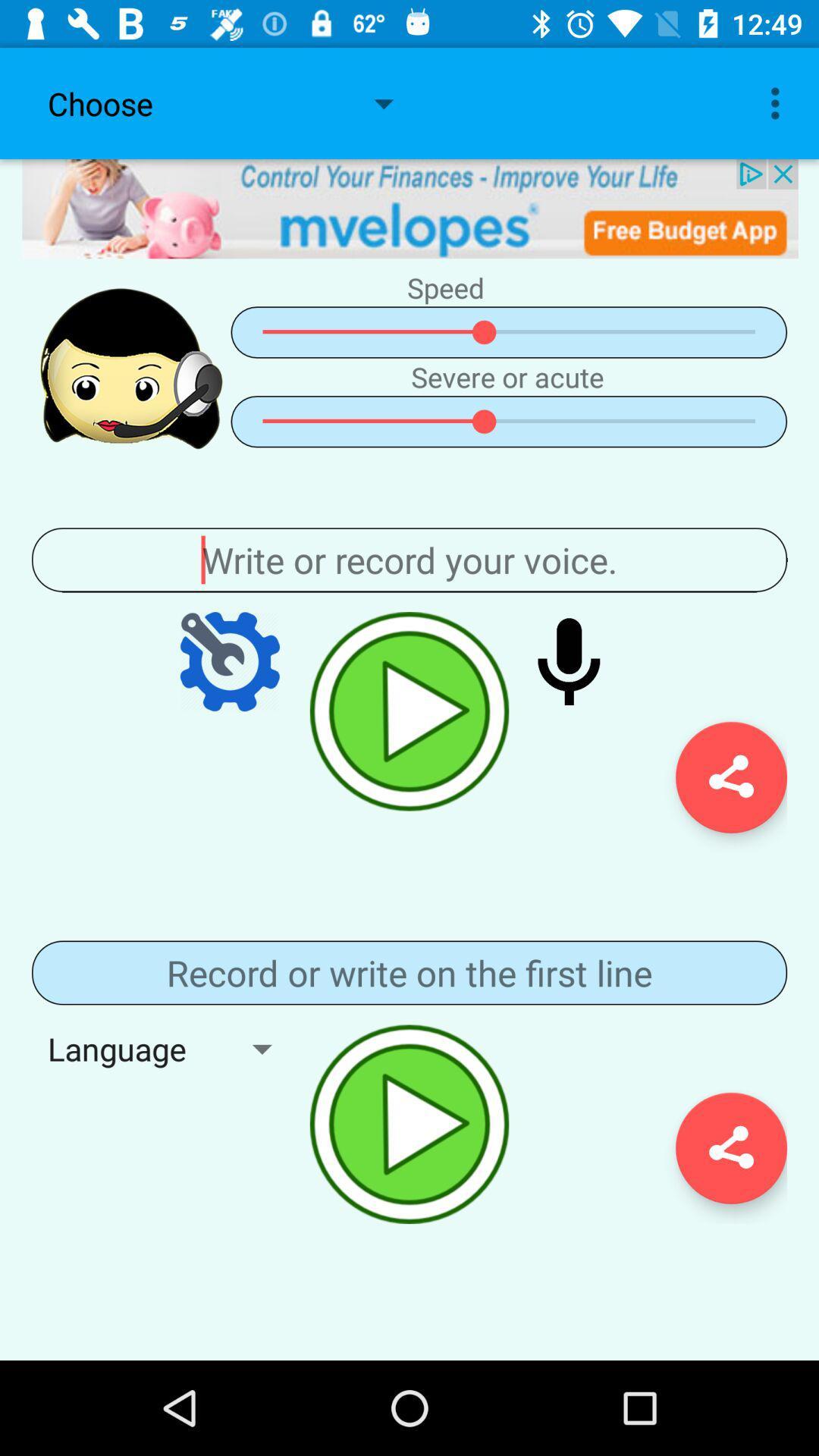 The image size is (819, 1456). Describe the element at coordinates (409, 559) in the screenshot. I see `write a word` at that location.